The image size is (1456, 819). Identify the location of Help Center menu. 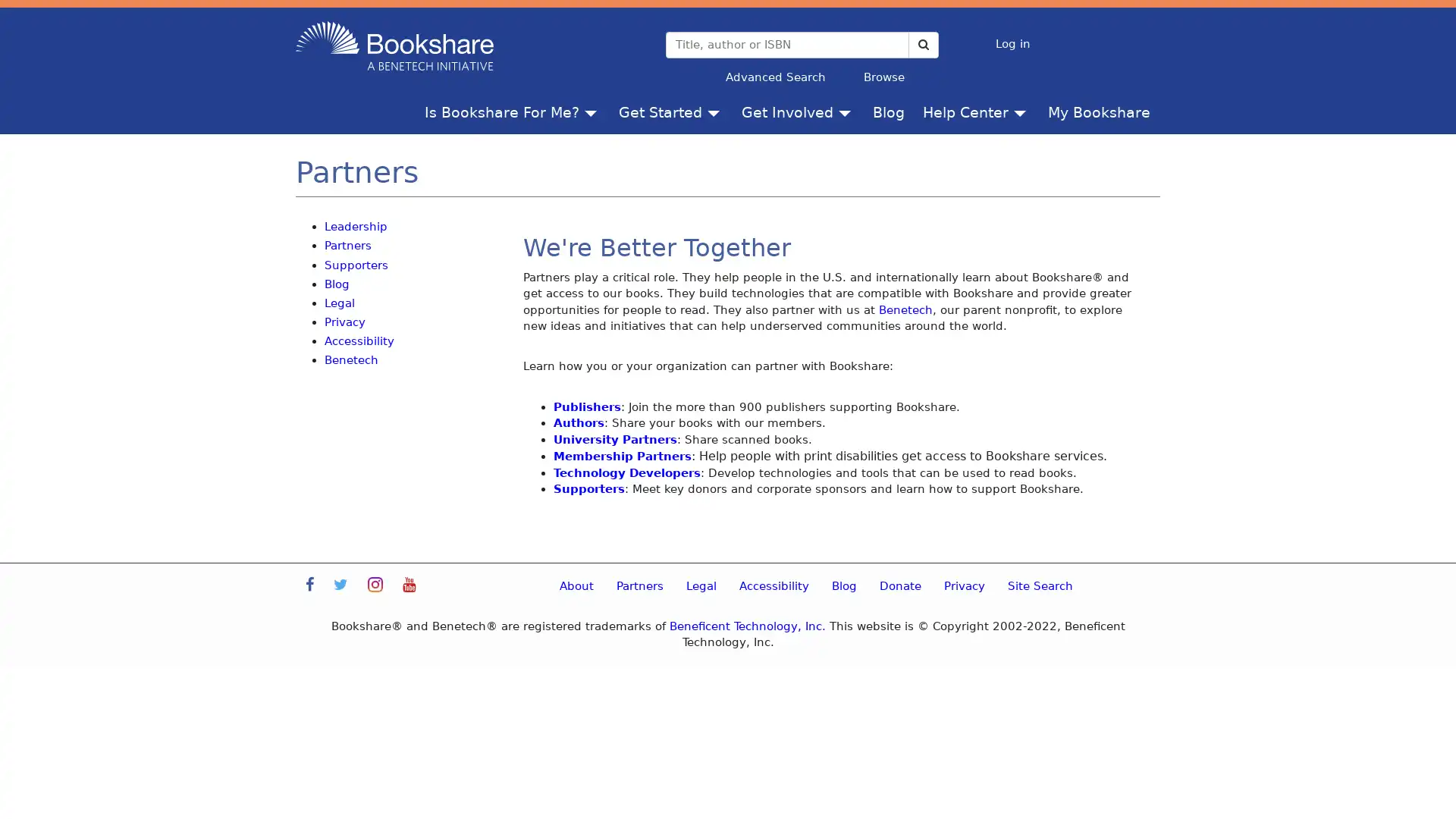
(1023, 111).